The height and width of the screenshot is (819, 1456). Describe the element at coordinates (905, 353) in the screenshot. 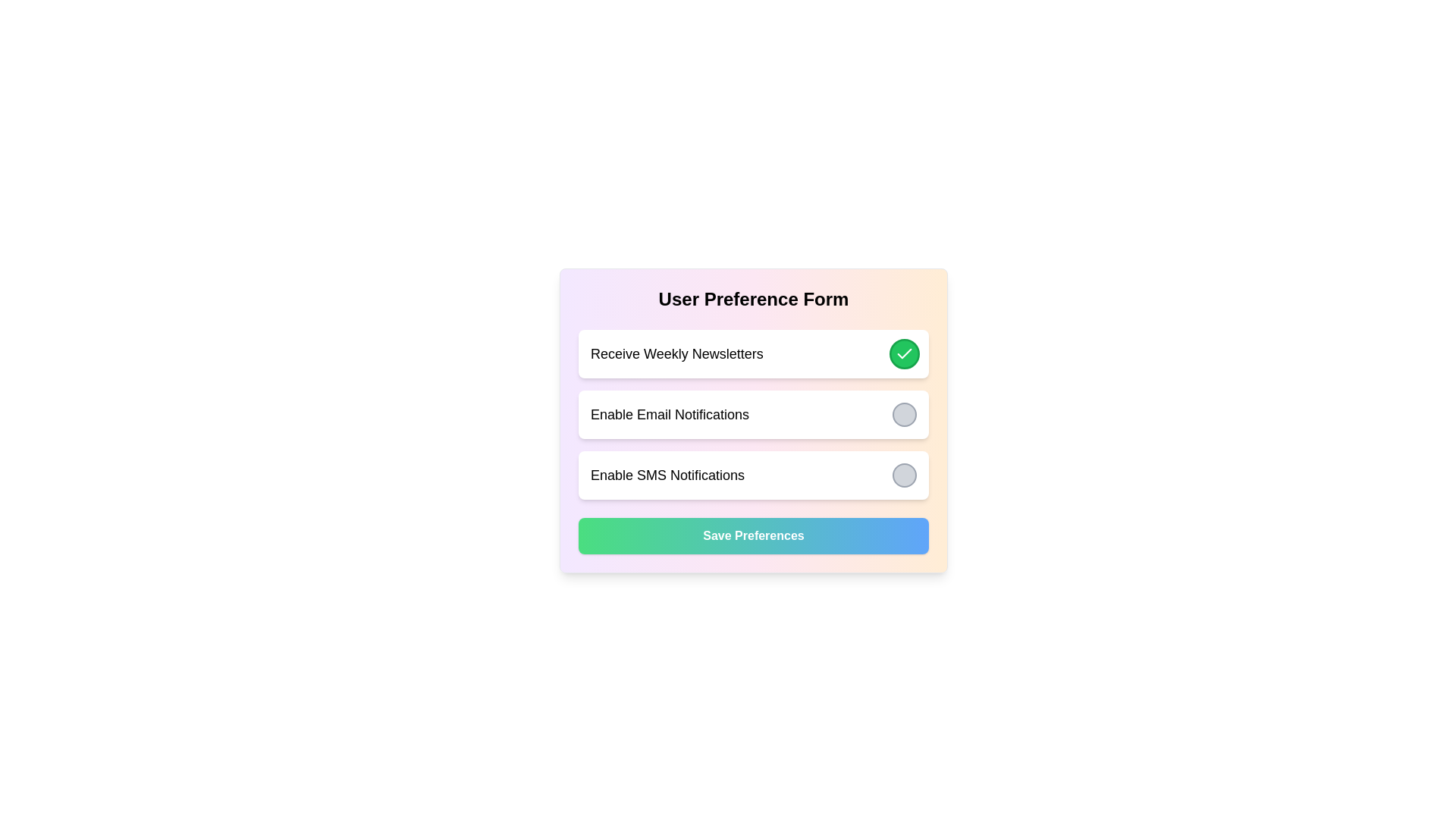

I see `the checkmark icon representing confirmation for the 'Receive Weekly Newsletters' option within the toggle switch UI component` at that location.